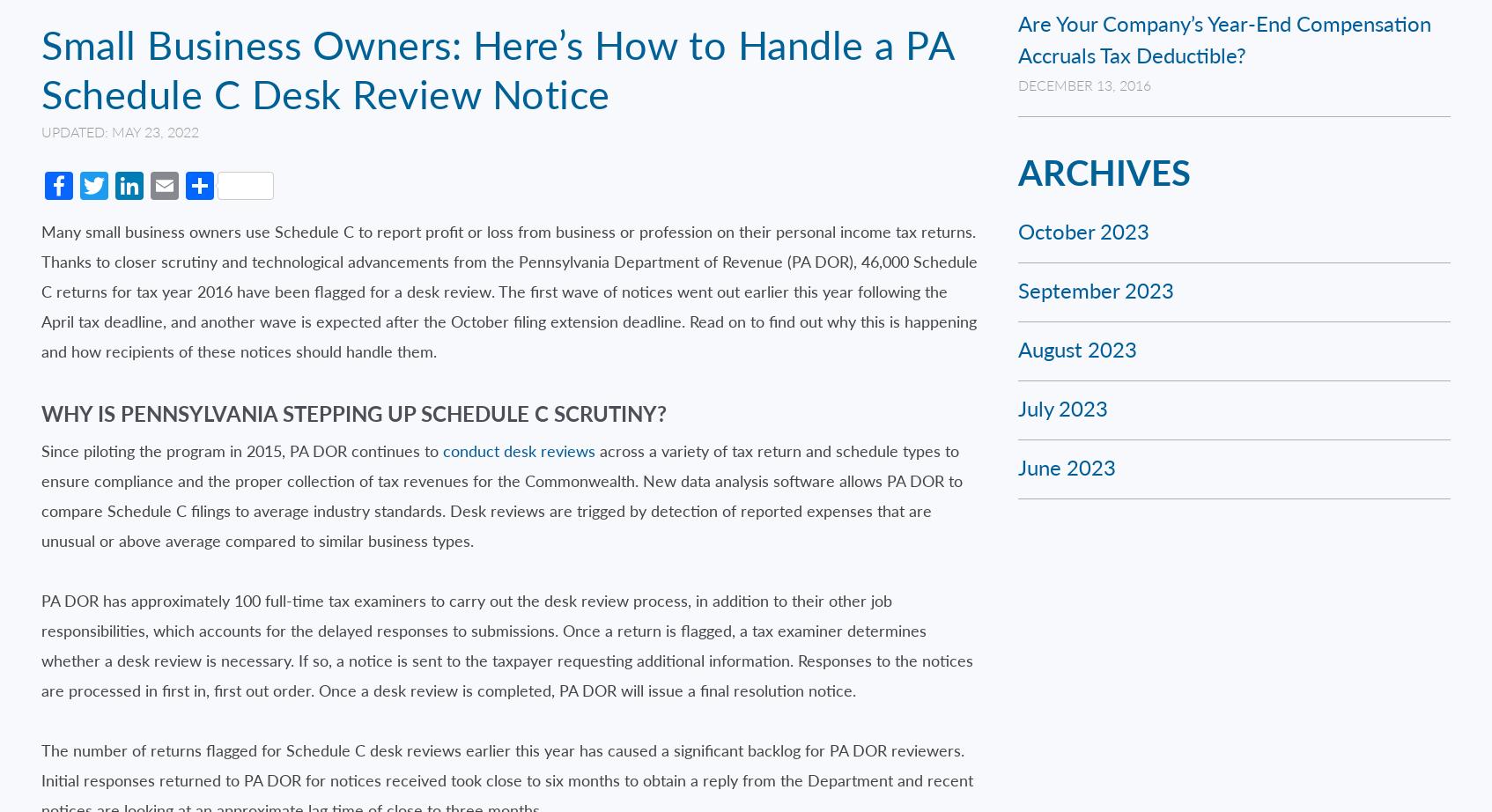  I want to click on 'Small Business Owners: Here’s How to Handle a PA Schedule C Desk Review Notice', so click(40, 68).